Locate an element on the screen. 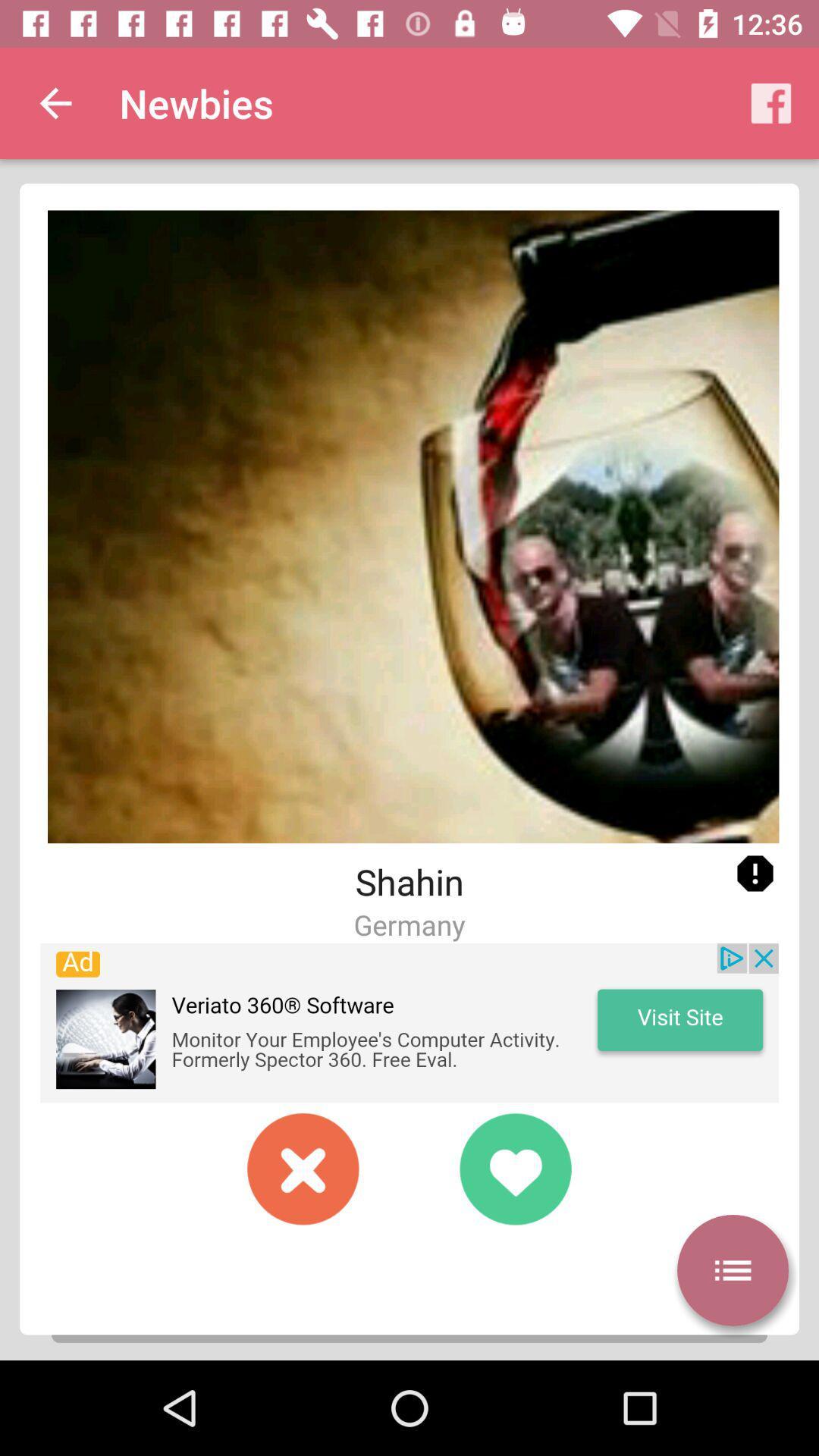 This screenshot has height=1456, width=819. open menu option is located at coordinates (732, 1270).